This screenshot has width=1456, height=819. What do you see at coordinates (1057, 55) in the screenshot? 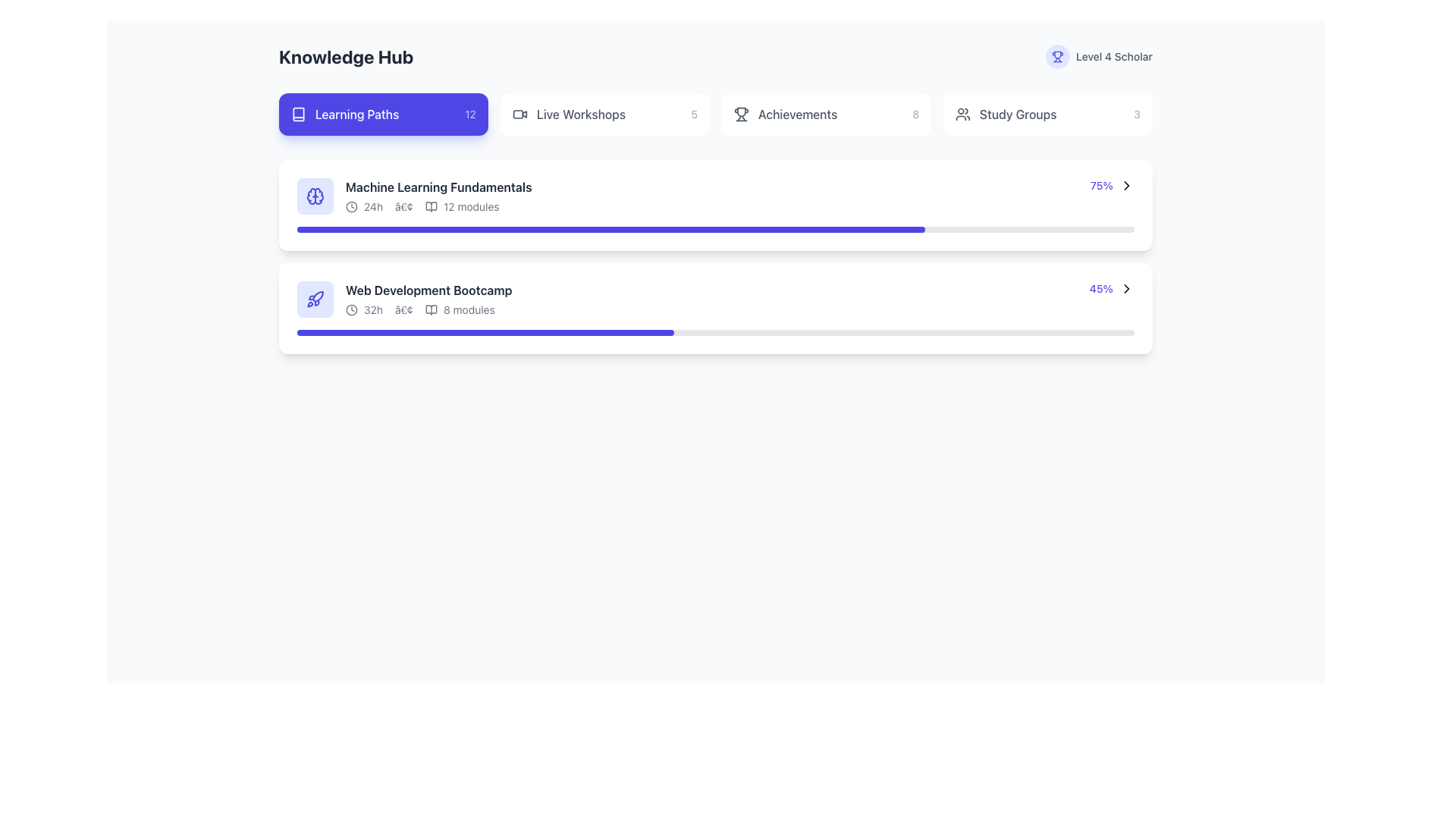
I see `the achievement icon representing the 'Level 4 Scholar' status located in the top-right section of the UI` at bounding box center [1057, 55].